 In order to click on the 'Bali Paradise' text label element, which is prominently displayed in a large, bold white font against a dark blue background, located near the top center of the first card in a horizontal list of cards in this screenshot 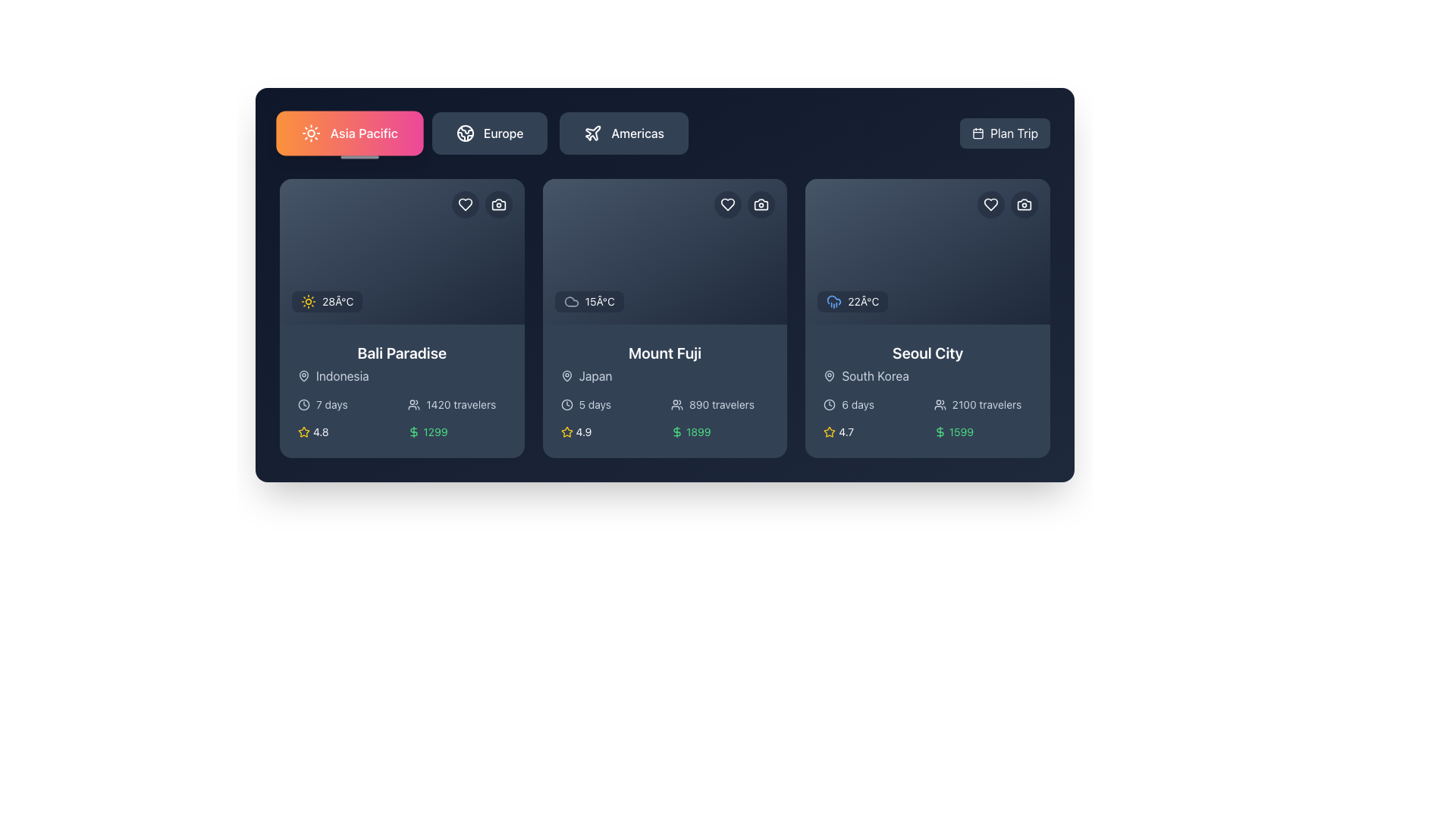, I will do `click(402, 353)`.